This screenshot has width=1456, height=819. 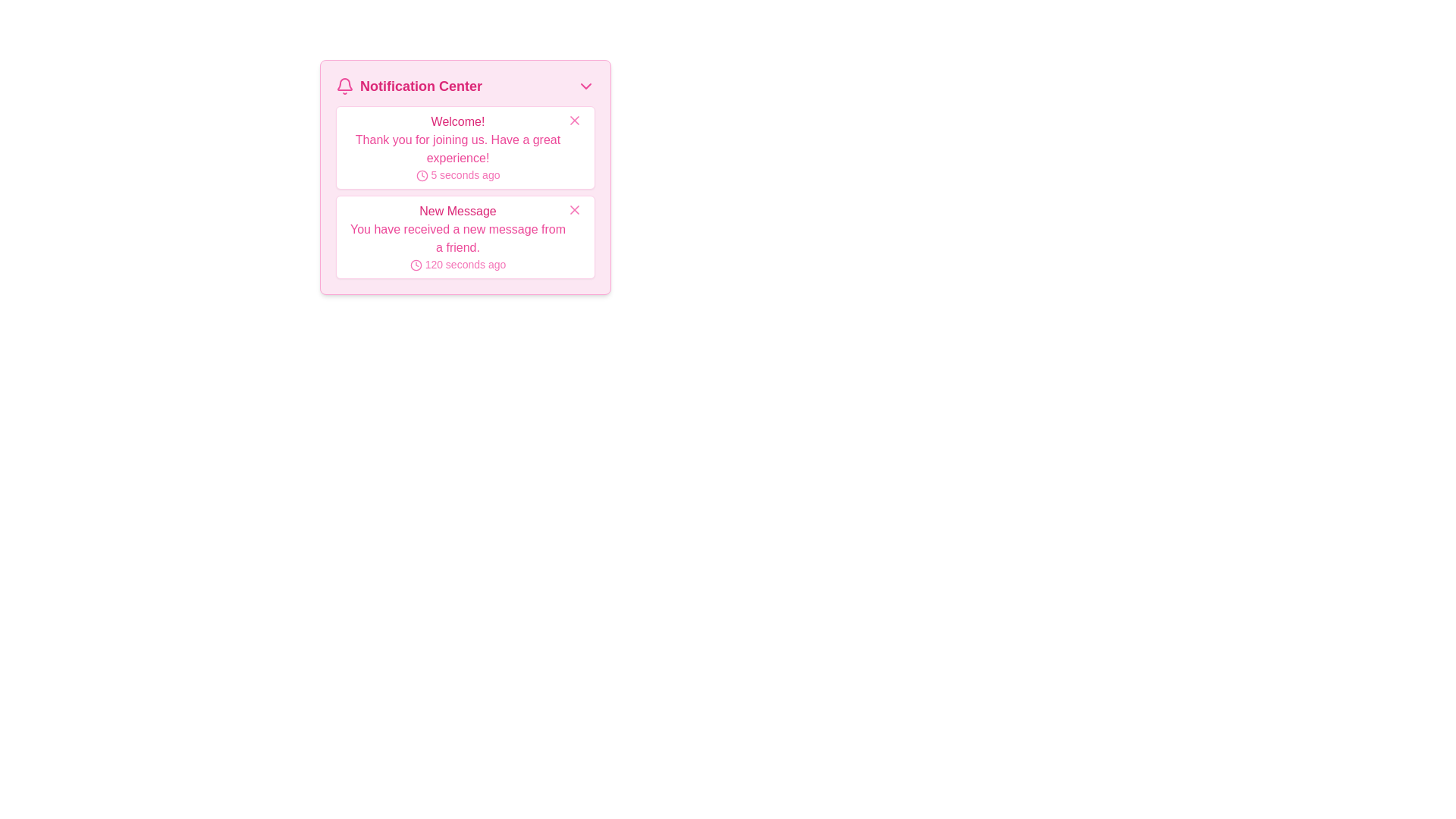 I want to click on the label with an icon that shows the relative time elapsed since the message was posted, located below the 'Thank you for joining us. Have a great experience!' message in the 'Welcome!' notification box, so click(x=457, y=174).